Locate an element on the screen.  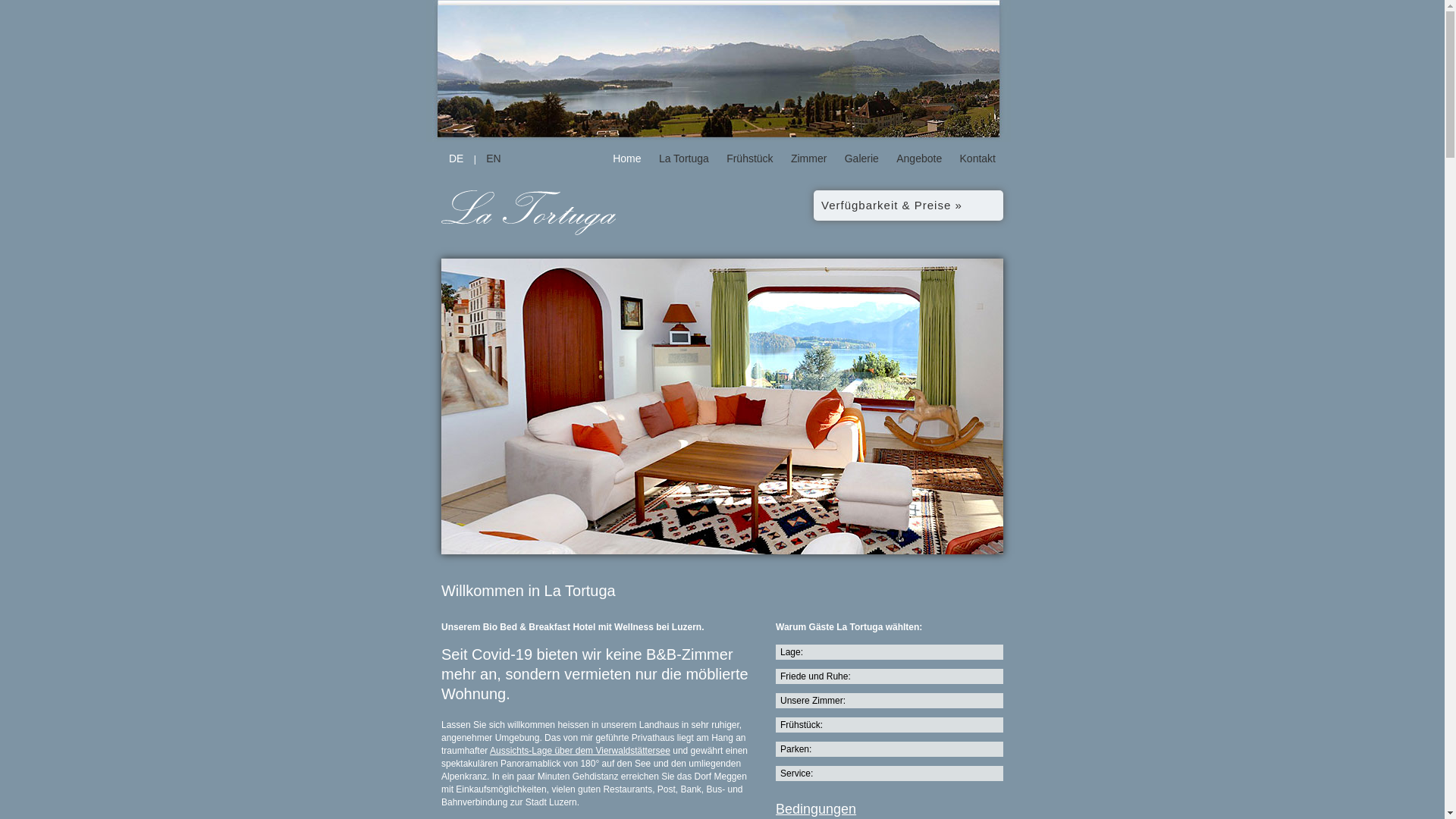
'Unsere Zimmer:' is located at coordinates (889, 701).